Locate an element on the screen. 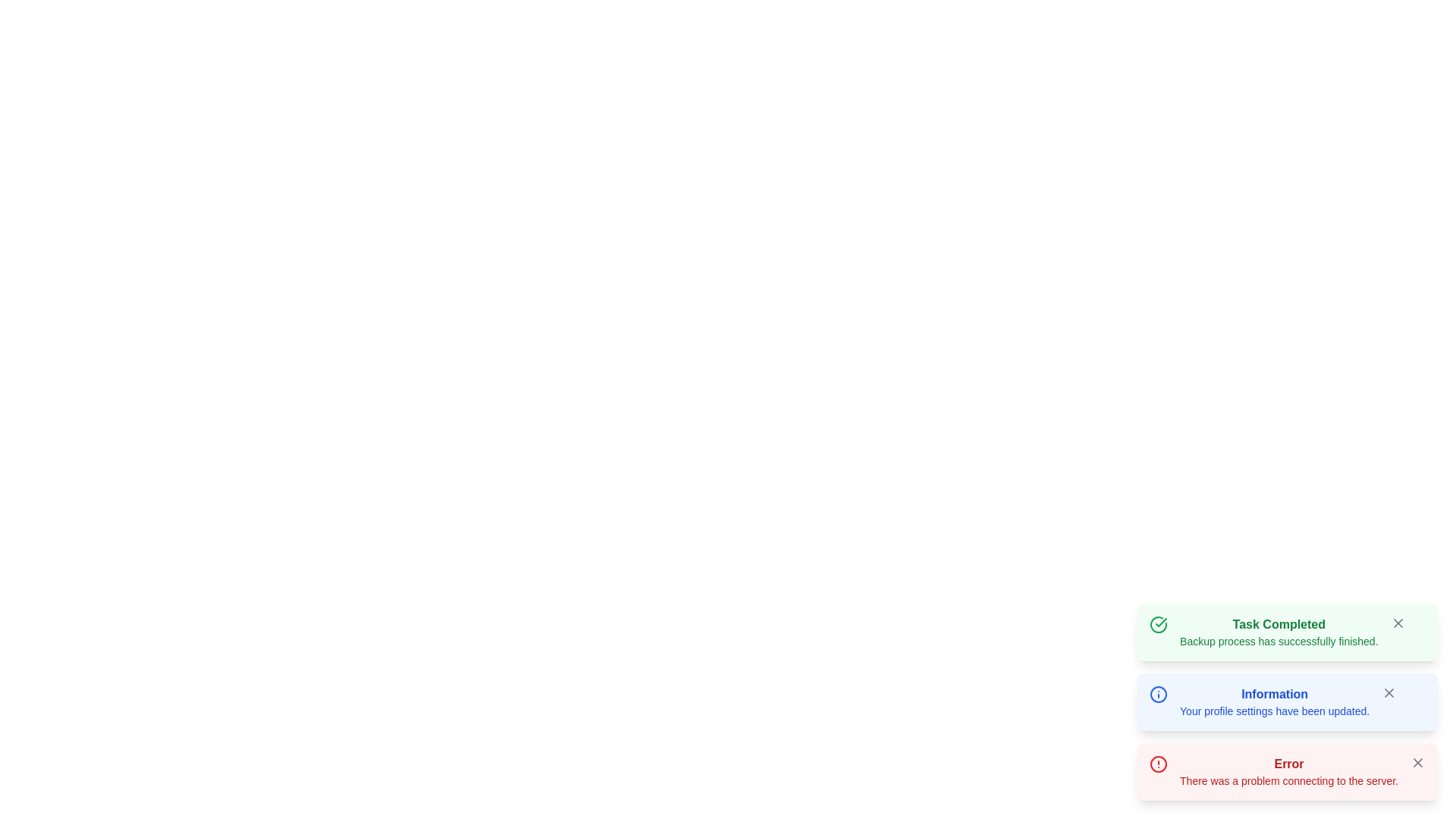 This screenshot has width=1456, height=819. notification text indicating that the user's profile settings were successfully updated, which is centrally positioned within a block in the UI is located at coordinates (1274, 701).